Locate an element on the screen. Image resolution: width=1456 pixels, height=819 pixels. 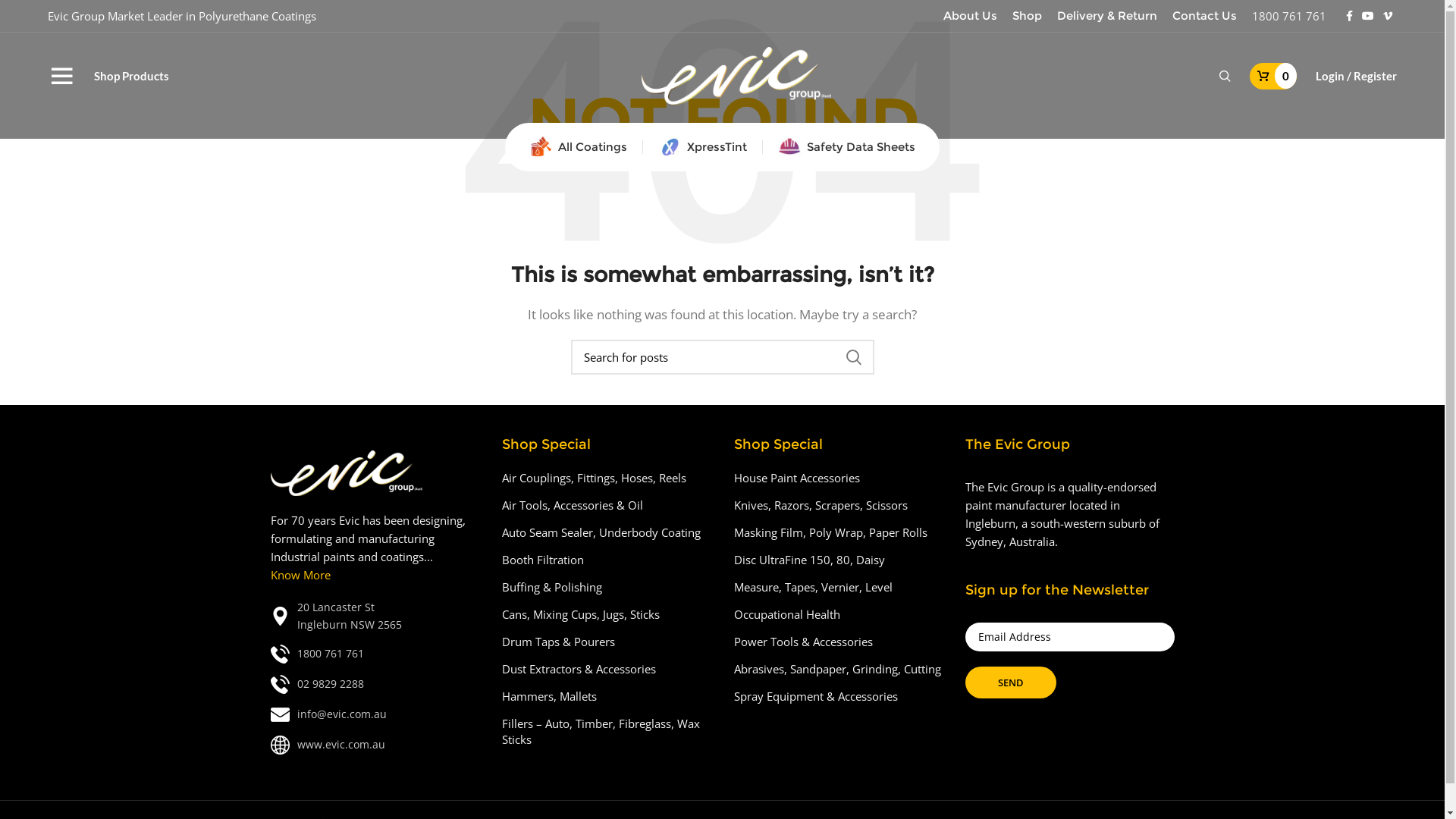
'Hammers, Mallets' is located at coordinates (549, 696).